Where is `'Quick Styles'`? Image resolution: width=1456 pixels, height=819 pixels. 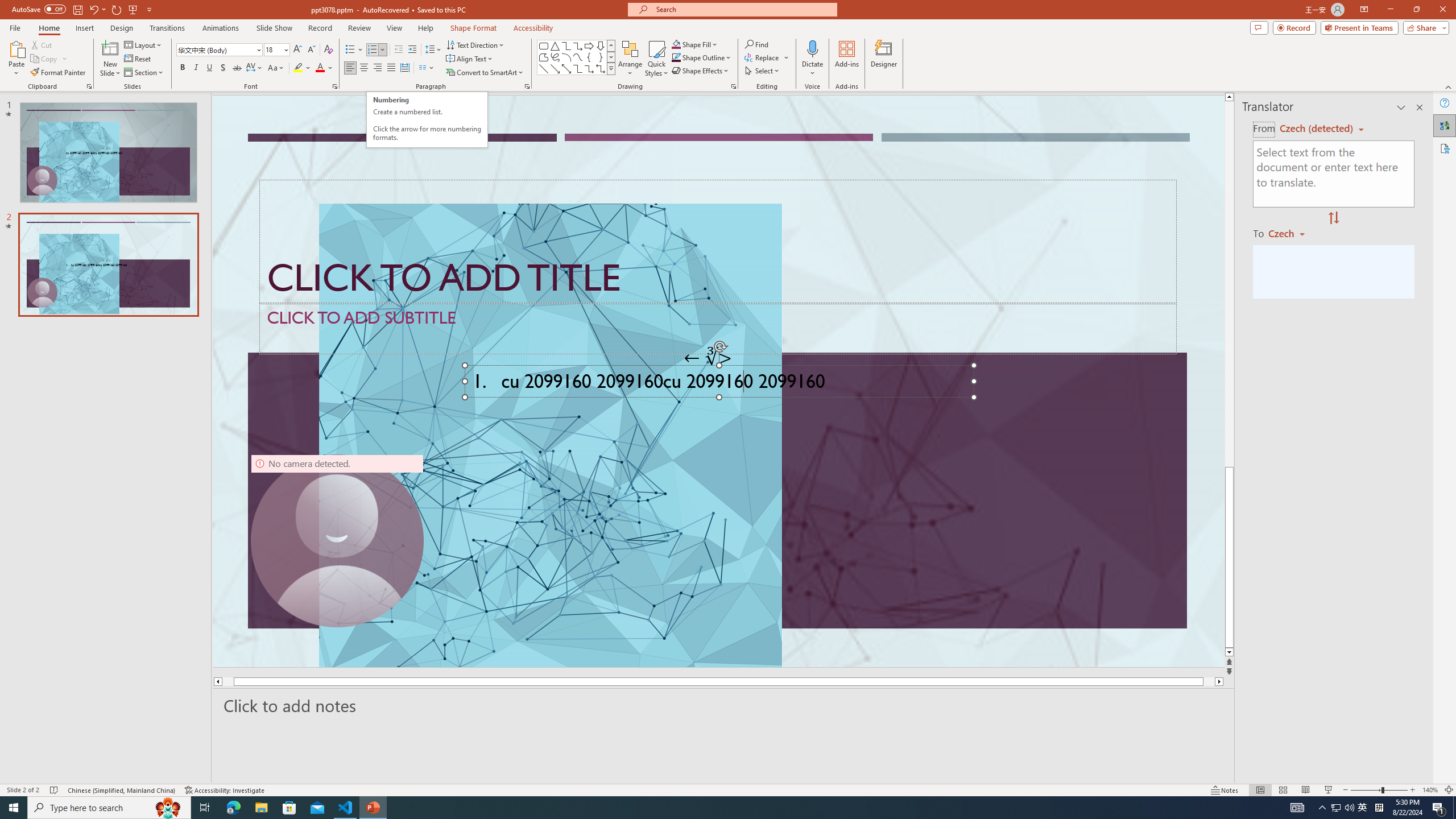
'Quick Styles' is located at coordinates (656, 59).